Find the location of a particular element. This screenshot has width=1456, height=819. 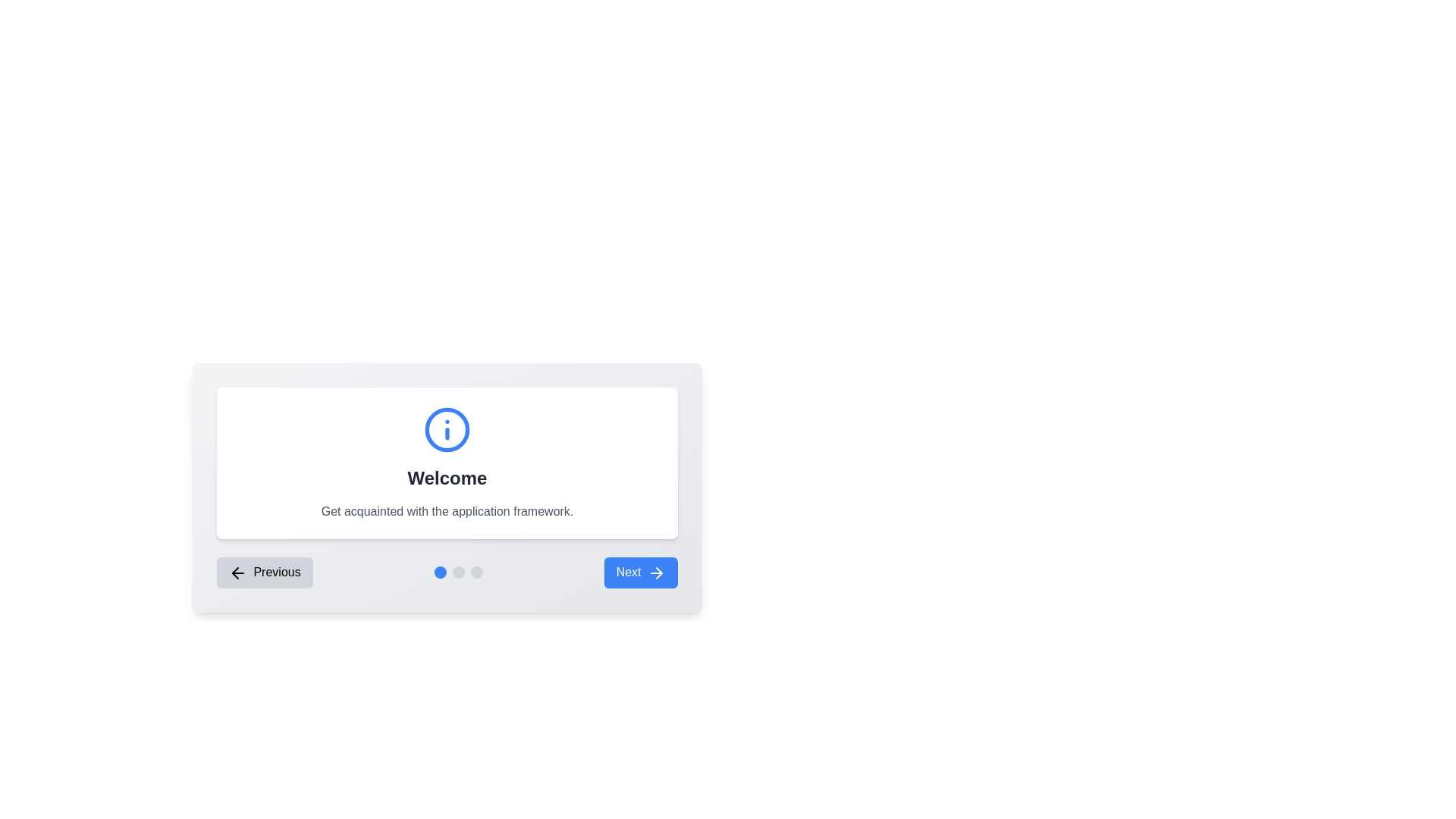

the left-pointing arrow icon adjacent to the 'Previous' text label for navigation is located at coordinates (237, 573).